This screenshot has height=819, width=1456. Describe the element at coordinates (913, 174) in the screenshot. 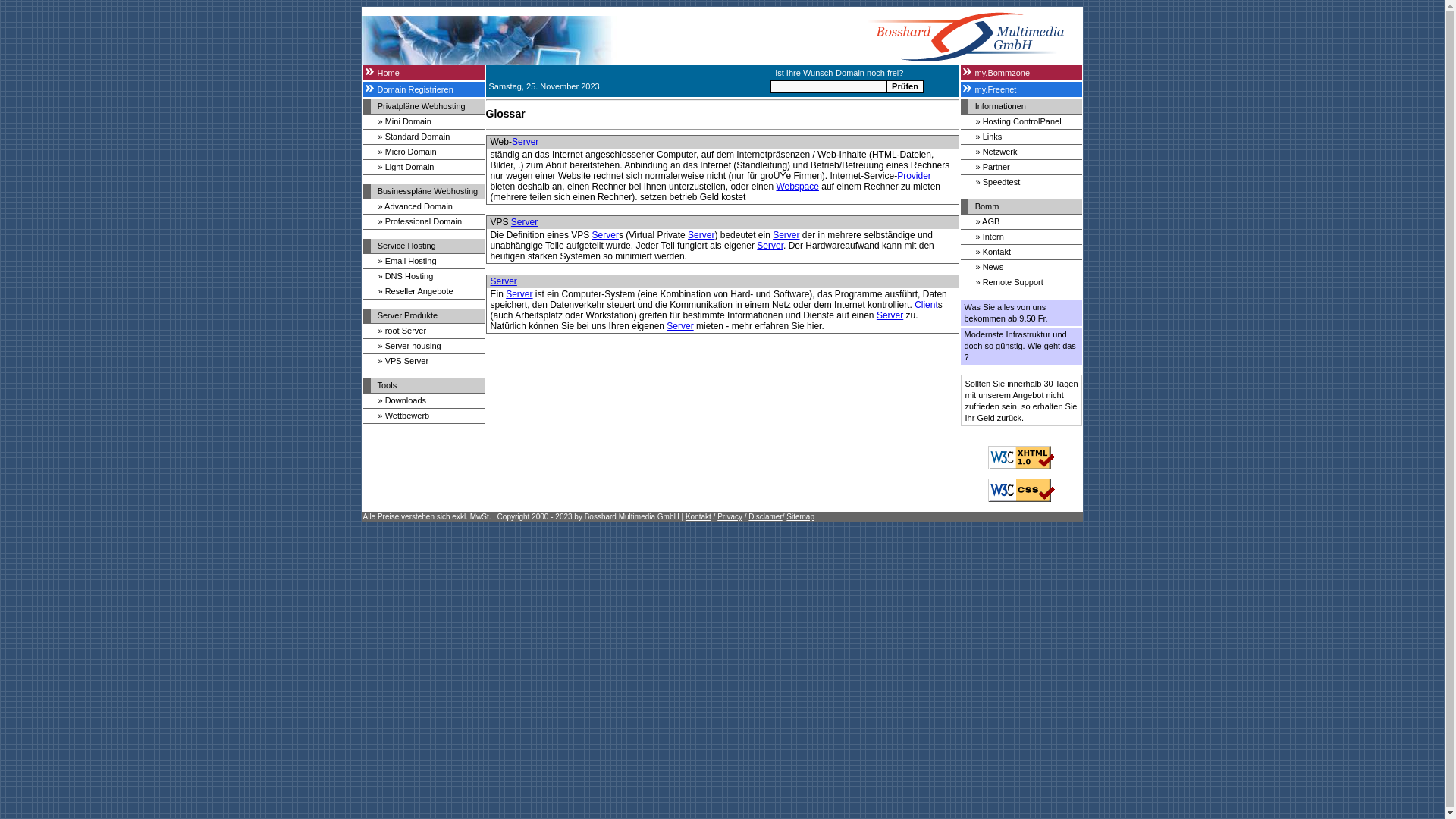

I see `'Provider'` at that location.